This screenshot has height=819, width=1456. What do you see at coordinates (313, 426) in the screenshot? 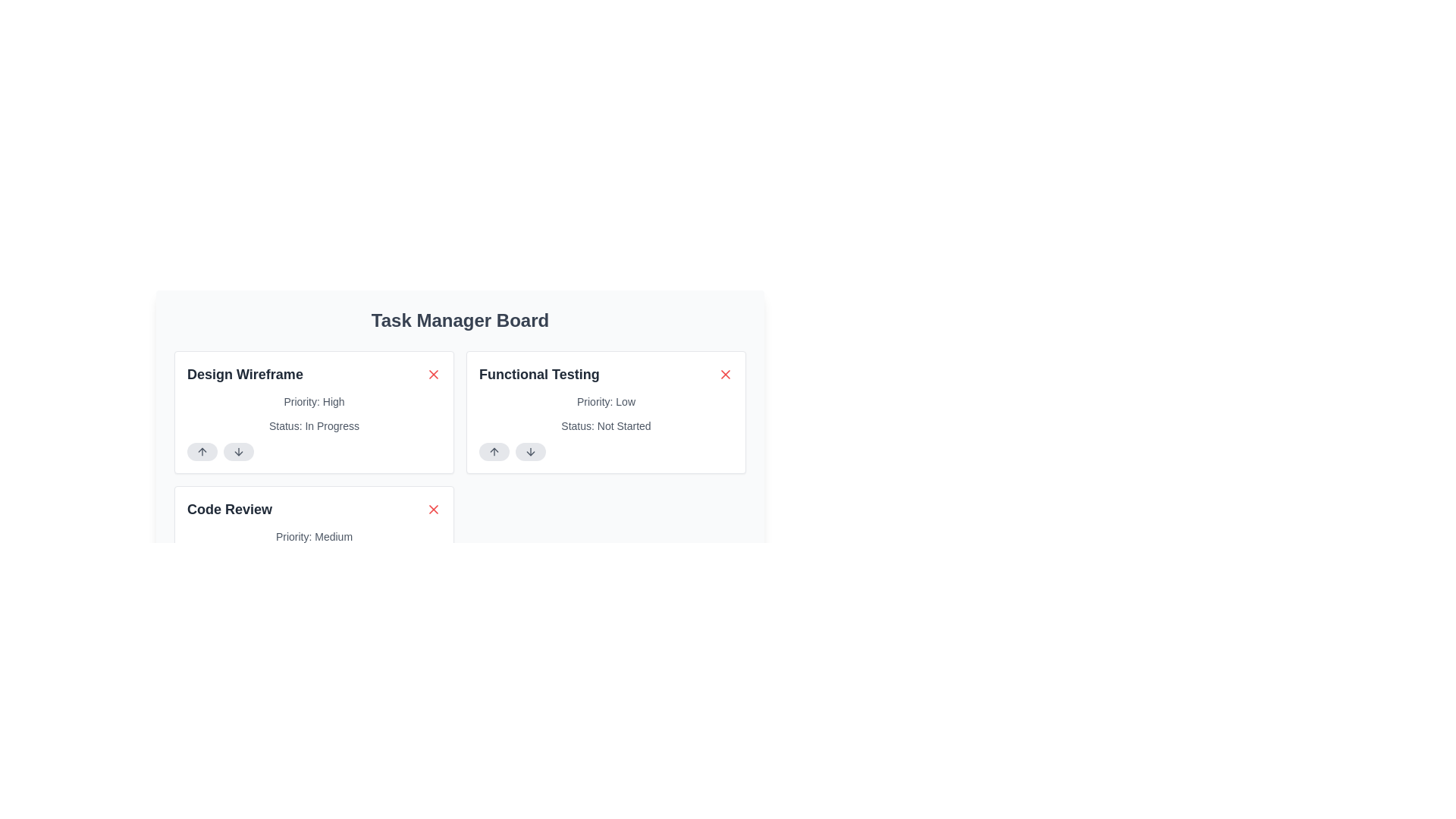
I see `the 'In Progress' status text label located below the 'Priority: High' line in the 'Design Wireframe' card` at bounding box center [313, 426].